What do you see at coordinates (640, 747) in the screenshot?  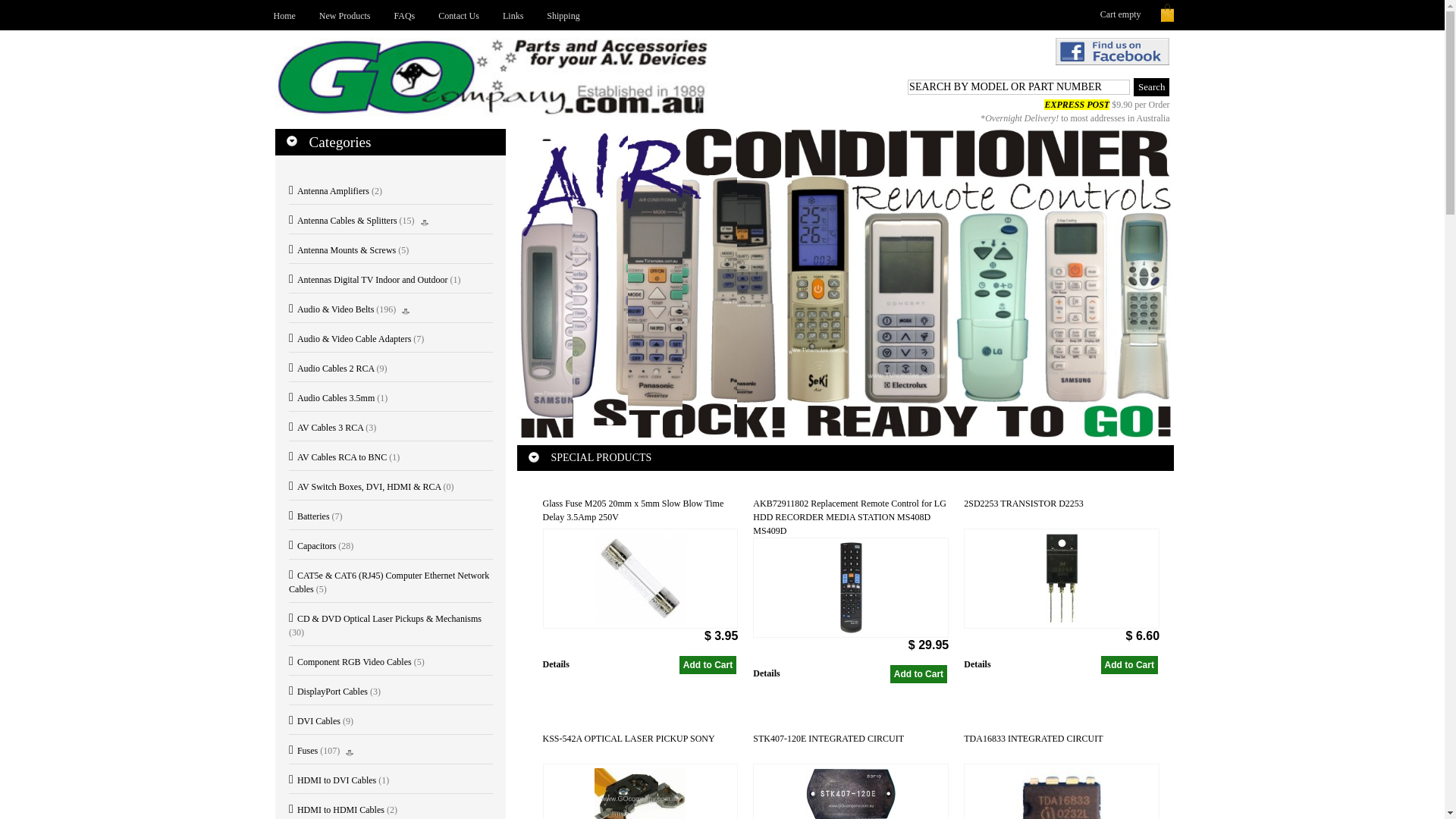 I see `'KSS-542A OPTICAL LASER PICKUP SONY'` at bounding box center [640, 747].